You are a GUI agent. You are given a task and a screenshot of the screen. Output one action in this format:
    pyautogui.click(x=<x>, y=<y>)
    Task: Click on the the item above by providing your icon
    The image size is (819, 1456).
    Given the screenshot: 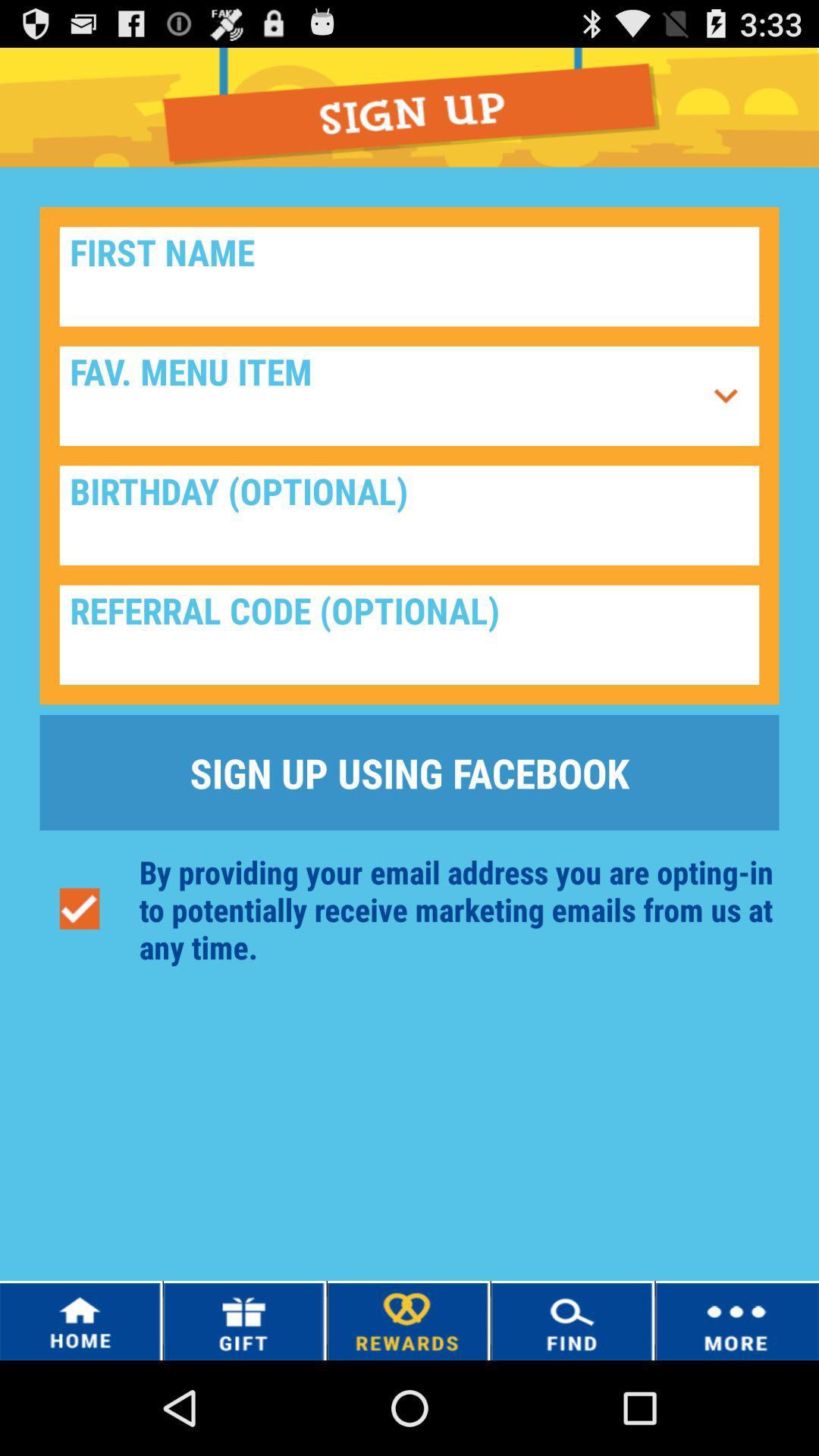 What is the action you would take?
    pyautogui.click(x=409, y=772)
    